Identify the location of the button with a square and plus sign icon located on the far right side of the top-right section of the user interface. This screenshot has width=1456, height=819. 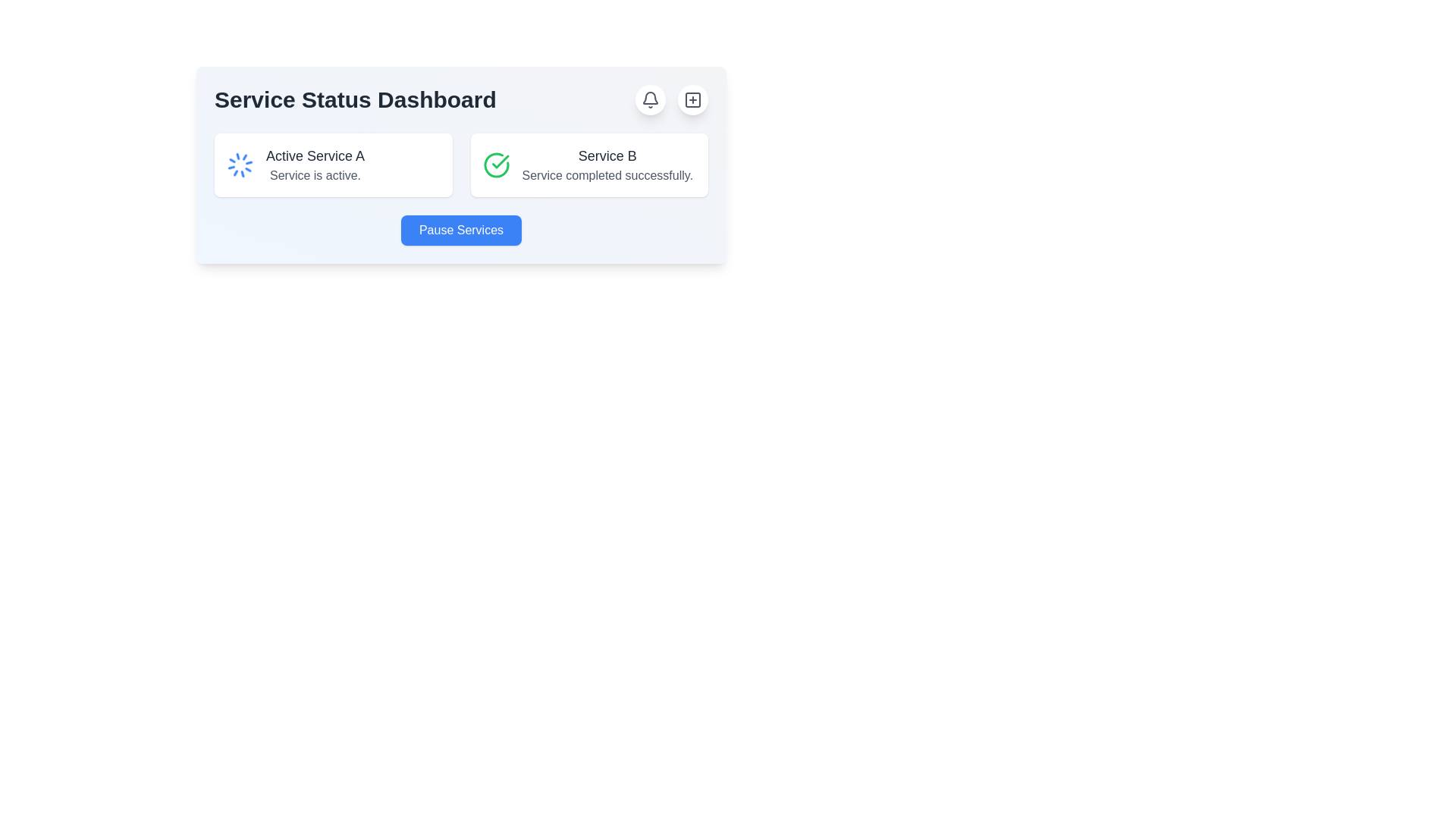
(692, 99).